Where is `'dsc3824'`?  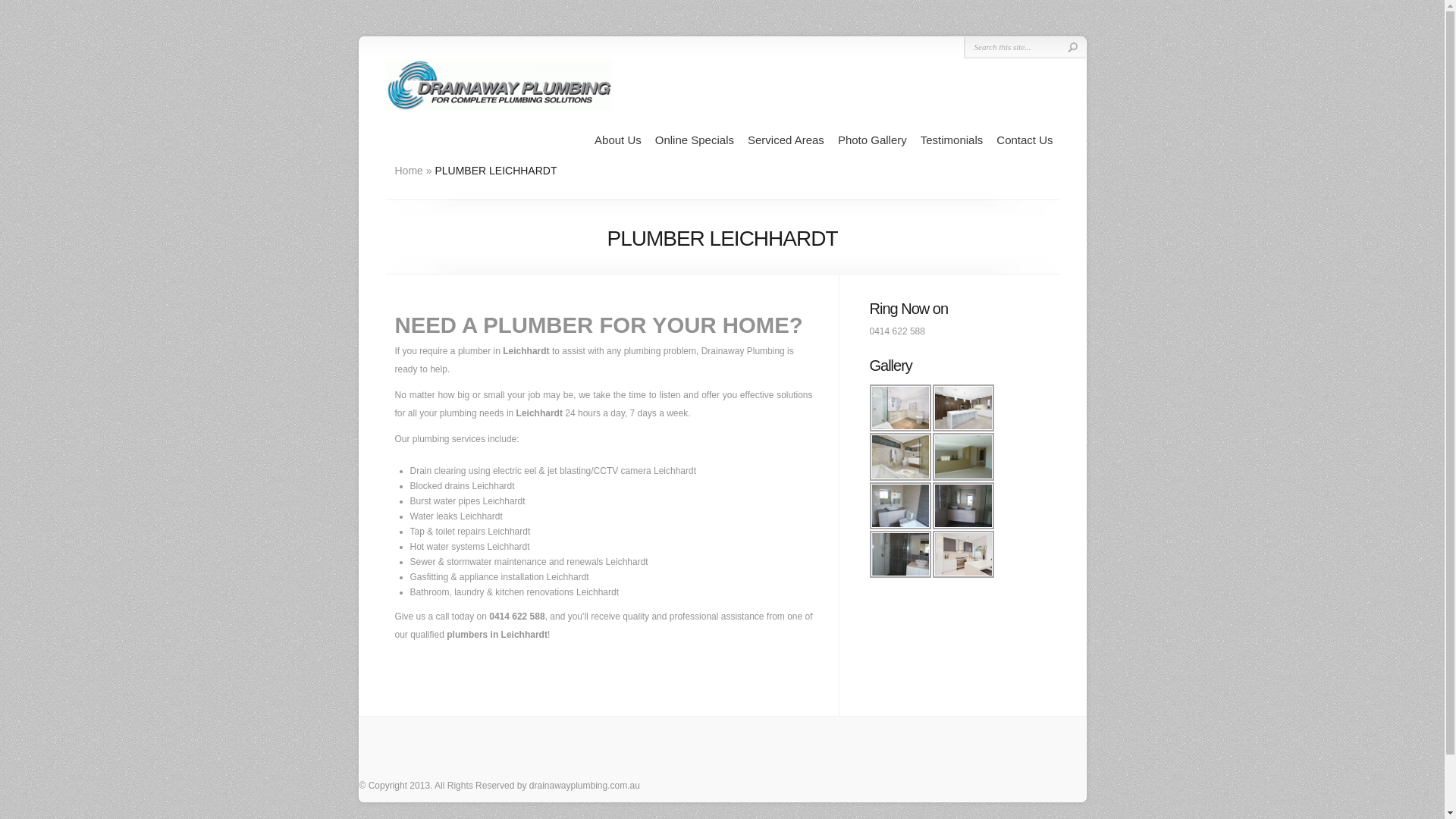 'dsc3824' is located at coordinates (899, 455).